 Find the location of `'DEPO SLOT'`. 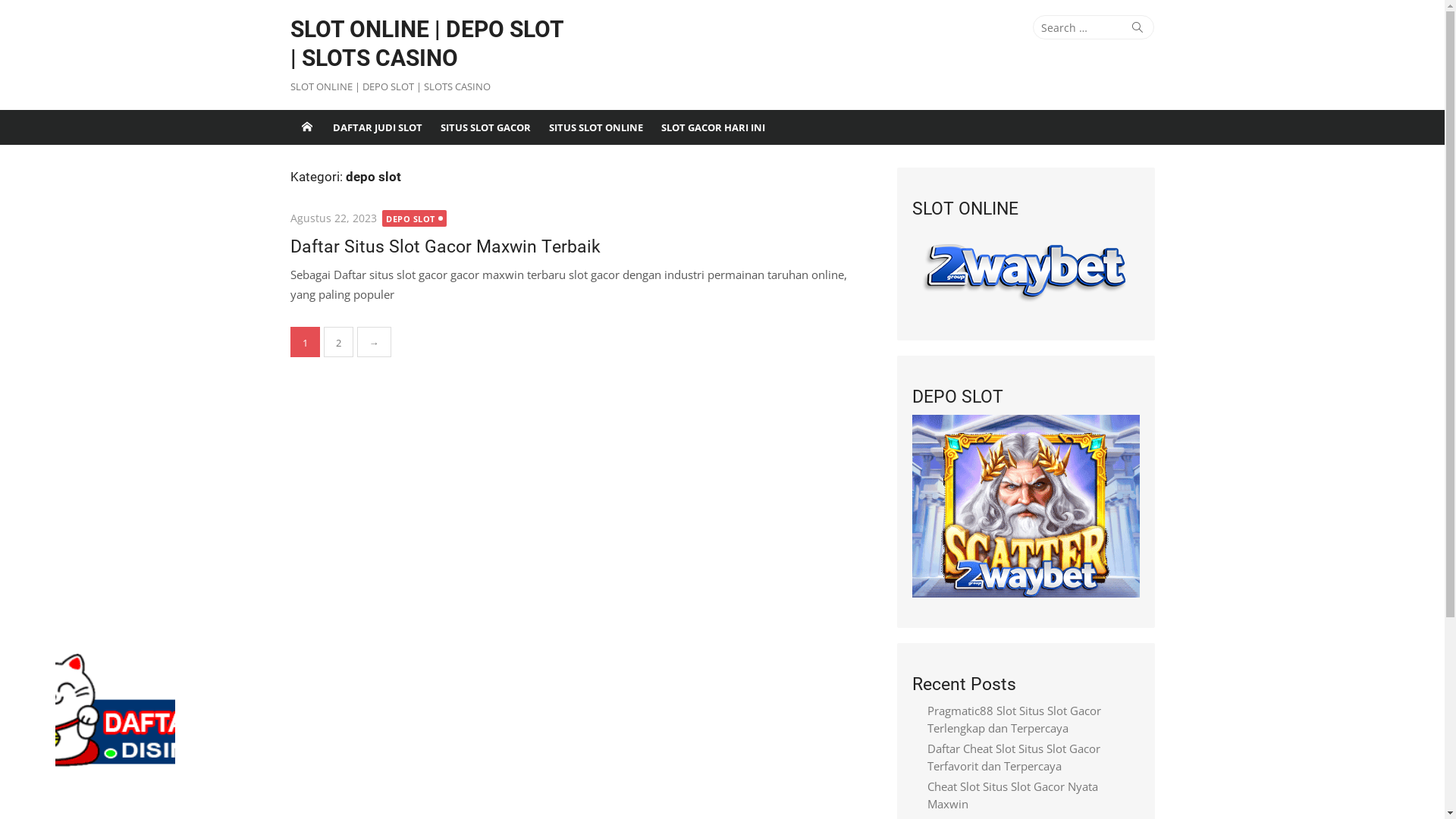

'DEPO SLOT' is located at coordinates (382, 218).